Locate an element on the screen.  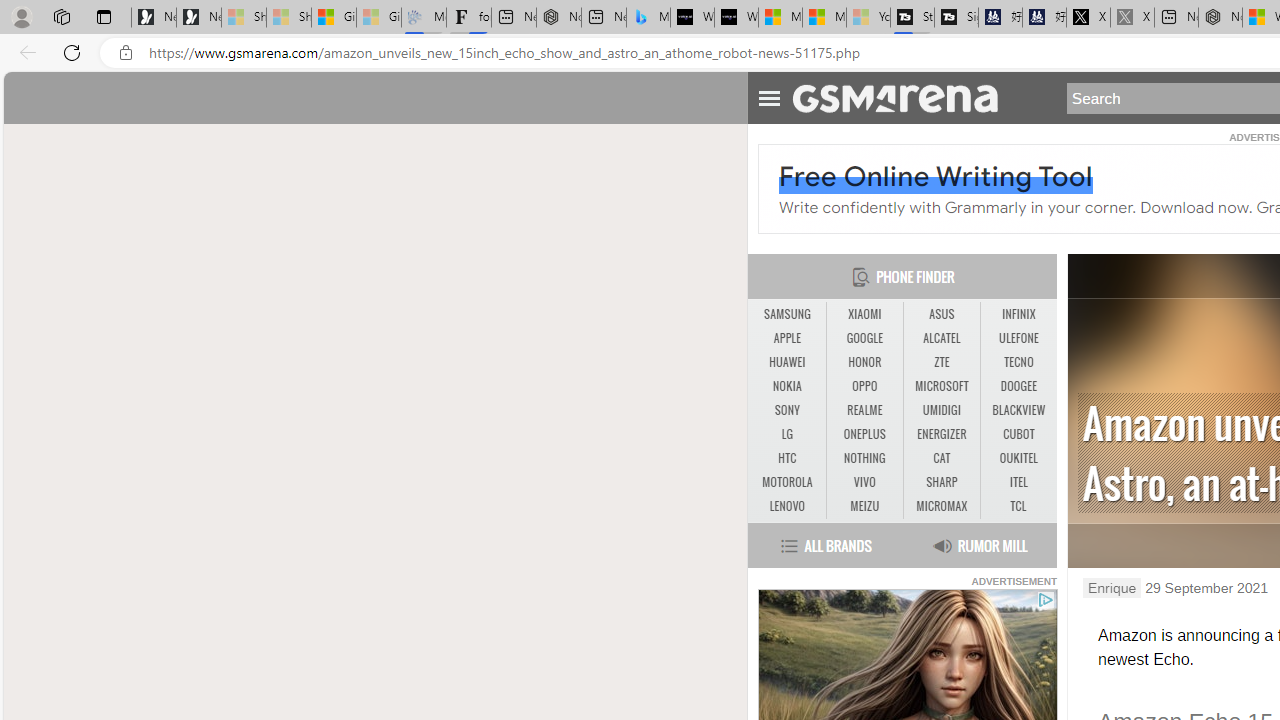
'XIAOMI' is located at coordinates (864, 315).